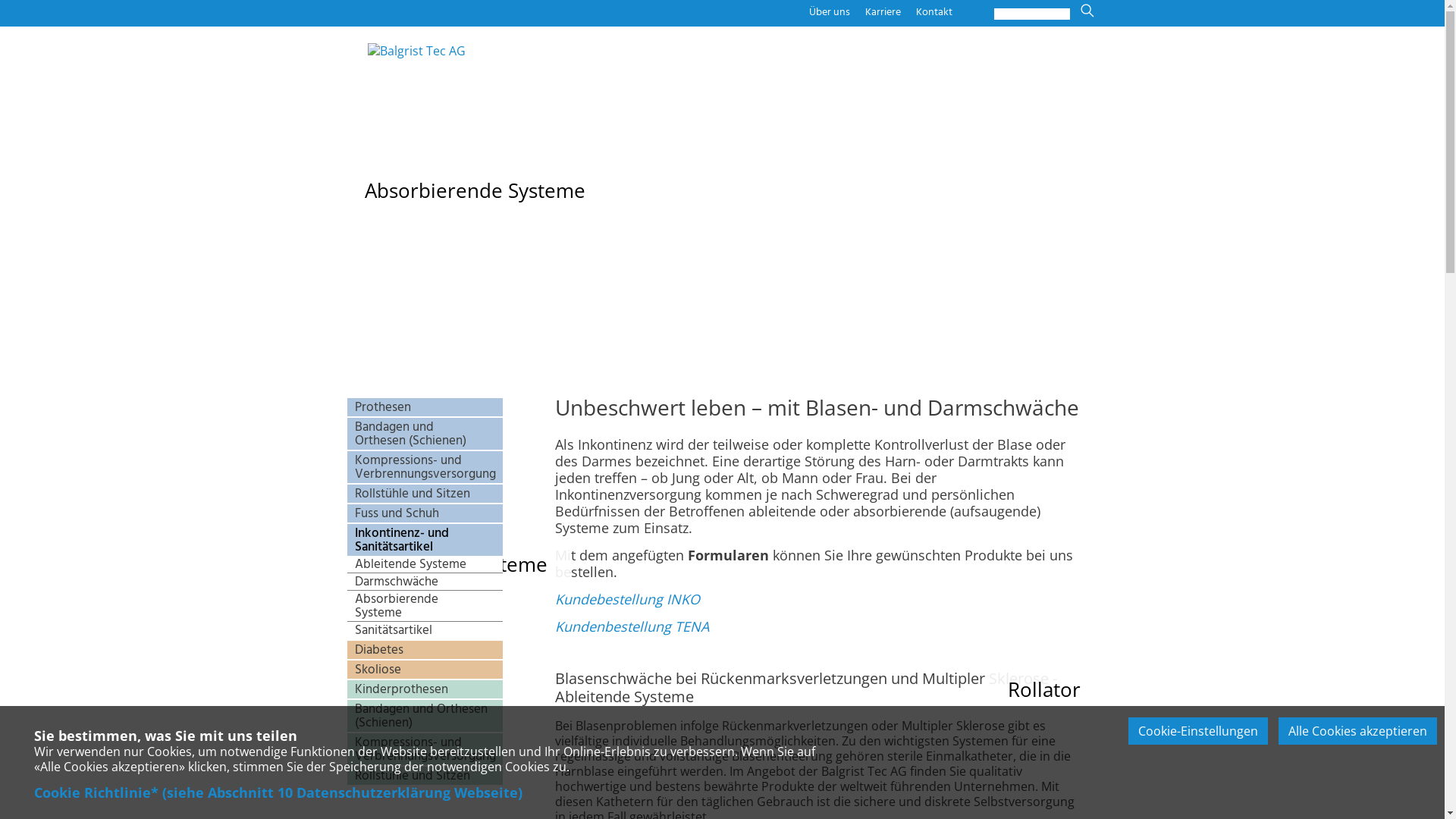  I want to click on 'Skoliose', so click(425, 669).